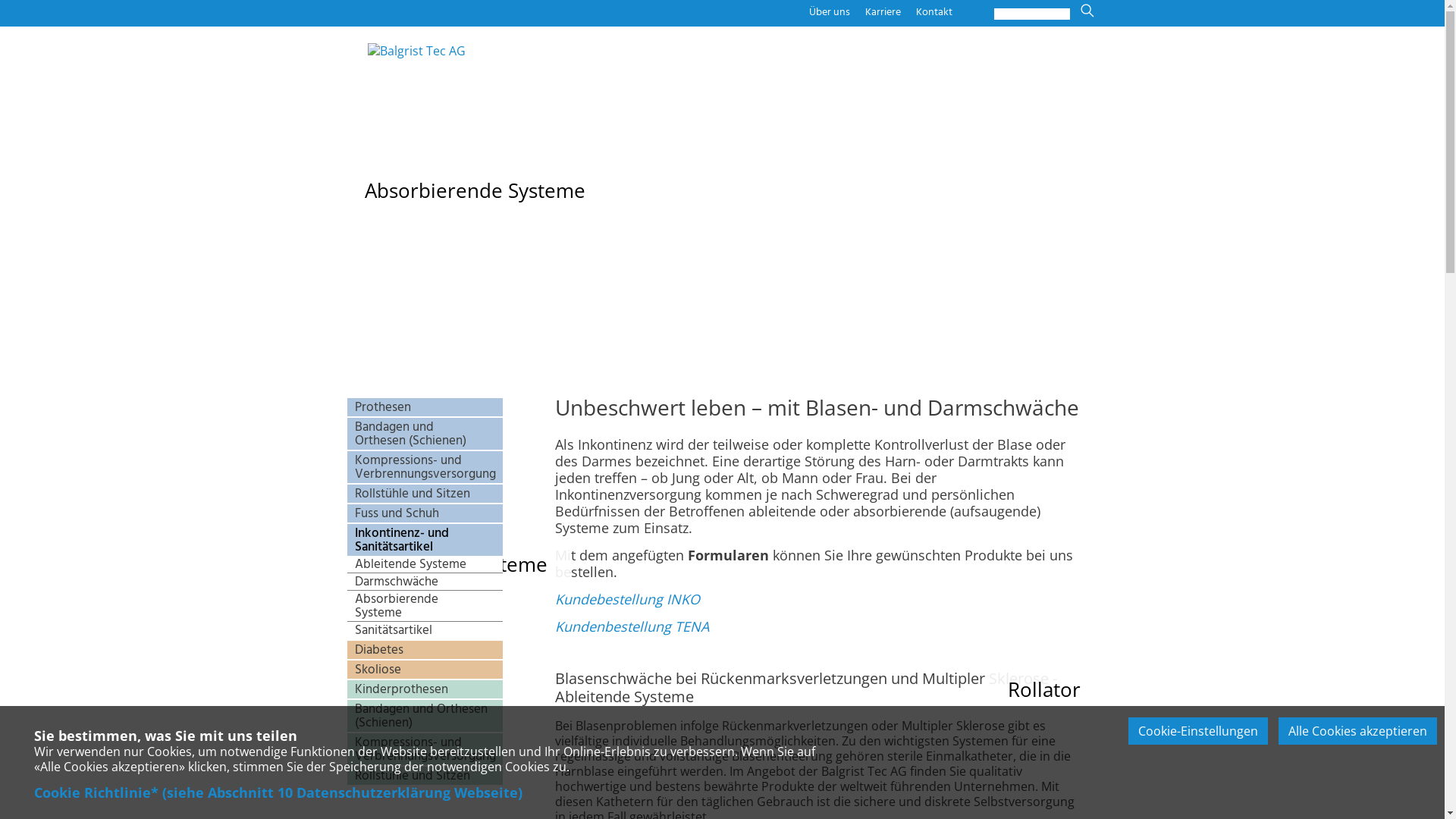  I want to click on 'Skoliose', so click(425, 669).